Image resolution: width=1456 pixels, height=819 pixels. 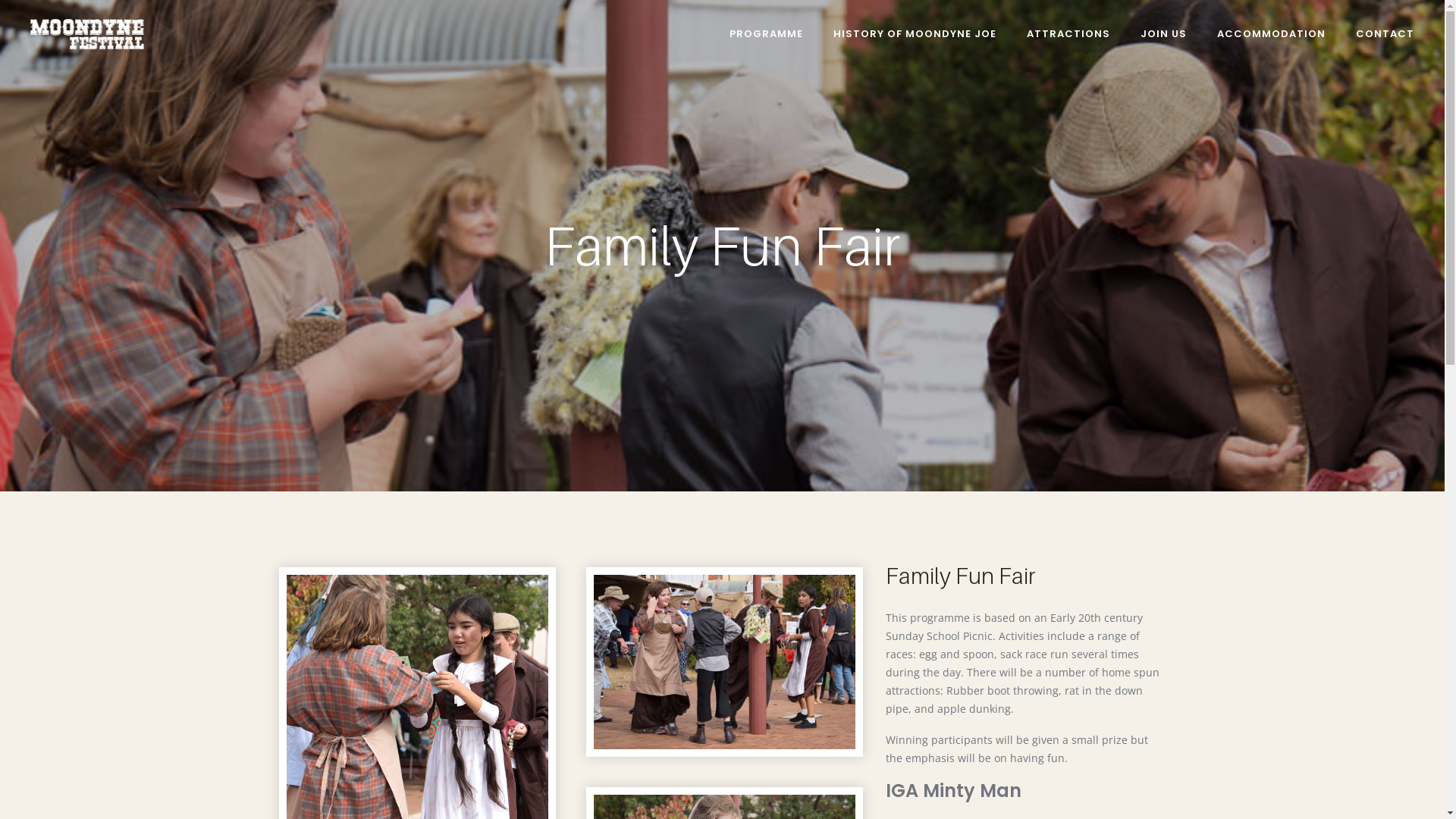 What do you see at coordinates (1163, 34) in the screenshot?
I see `'JOIN US'` at bounding box center [1163, 34].